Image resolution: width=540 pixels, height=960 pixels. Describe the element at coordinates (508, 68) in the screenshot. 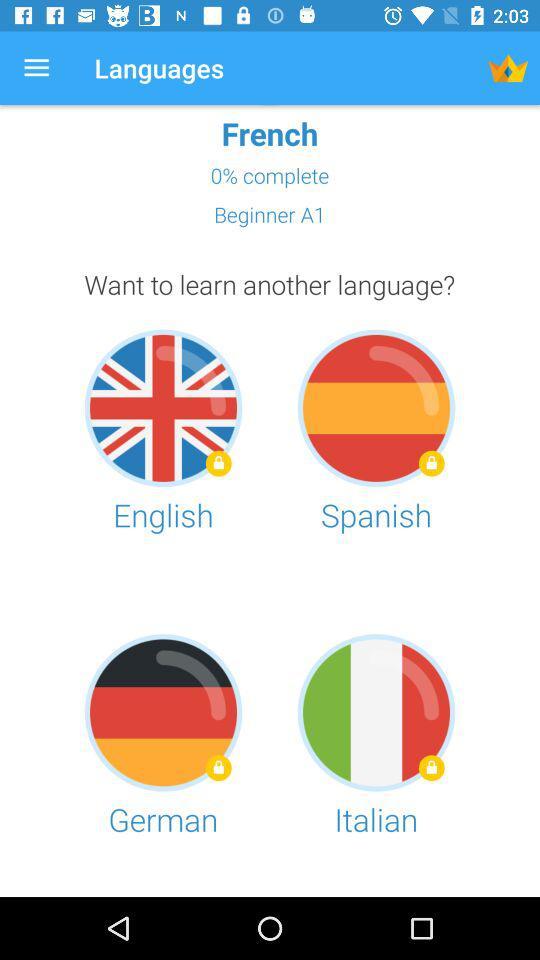

I see `app next to the languages item` at that location.